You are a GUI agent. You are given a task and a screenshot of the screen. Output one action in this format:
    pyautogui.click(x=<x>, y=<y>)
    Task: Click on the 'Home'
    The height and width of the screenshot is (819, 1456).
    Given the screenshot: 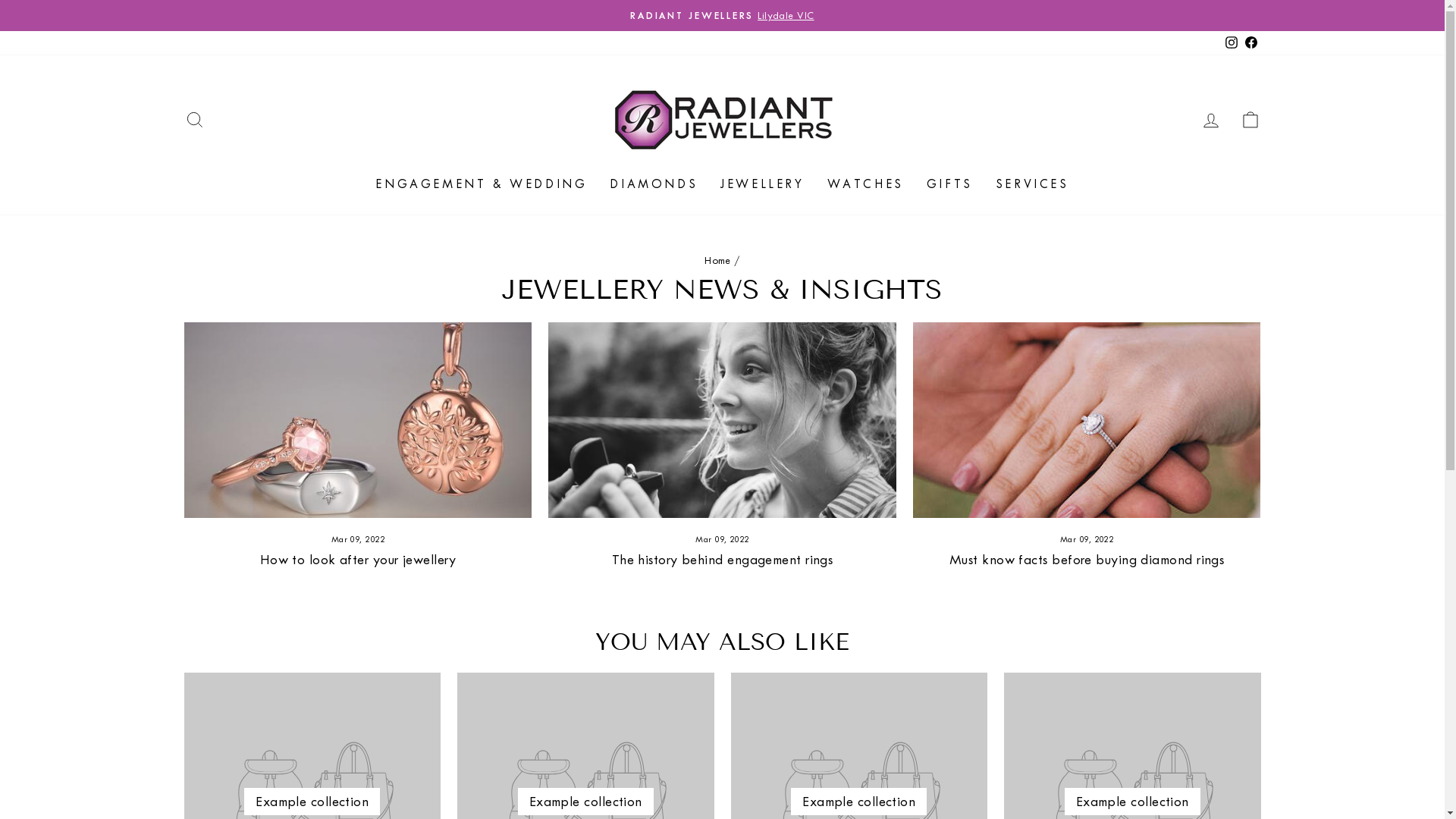 What is the action you would take?
    pyautogui.click(x=717, y=259)
    